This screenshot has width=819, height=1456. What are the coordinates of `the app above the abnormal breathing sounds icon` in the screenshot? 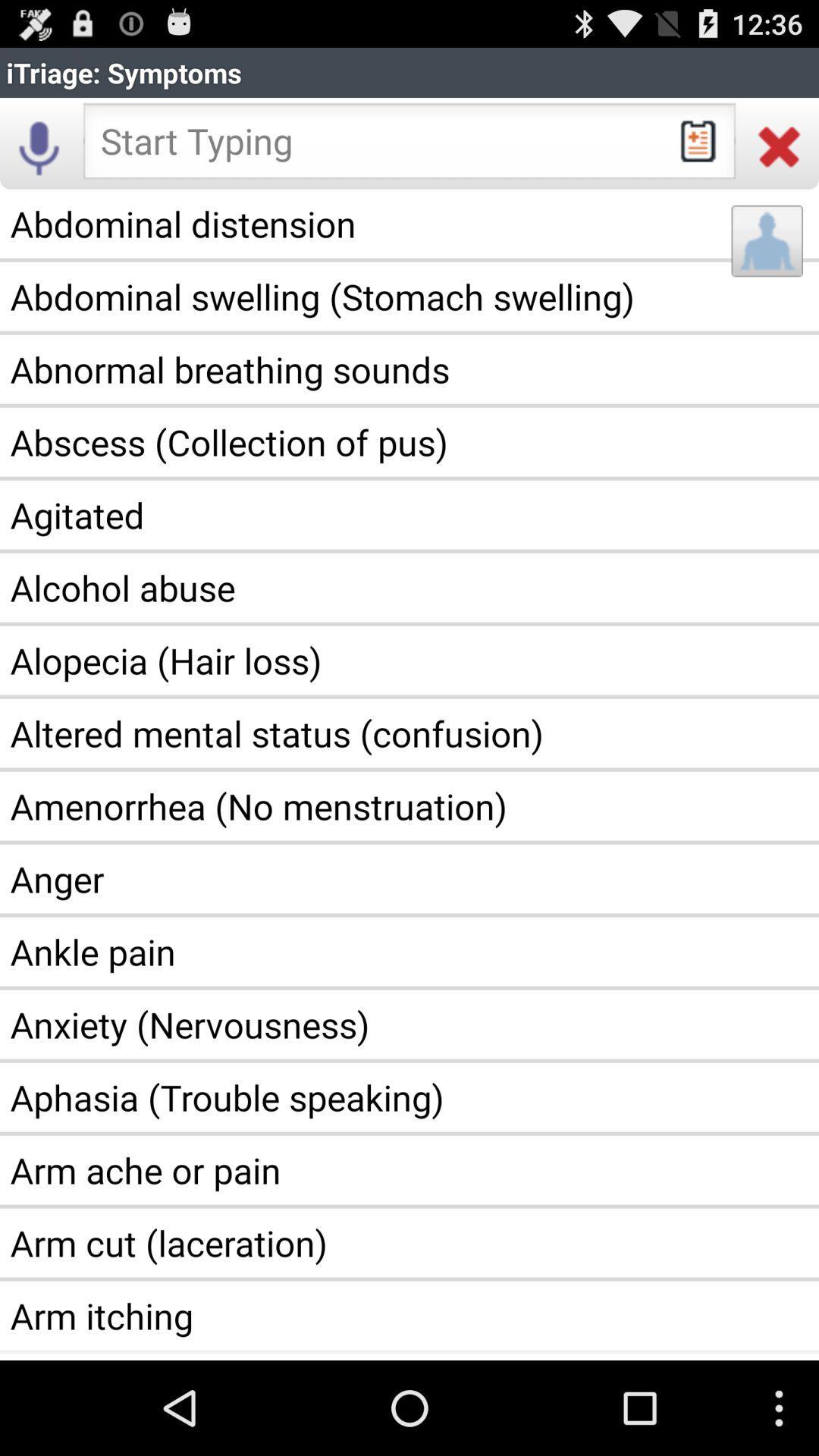 It's located at (767, 240).